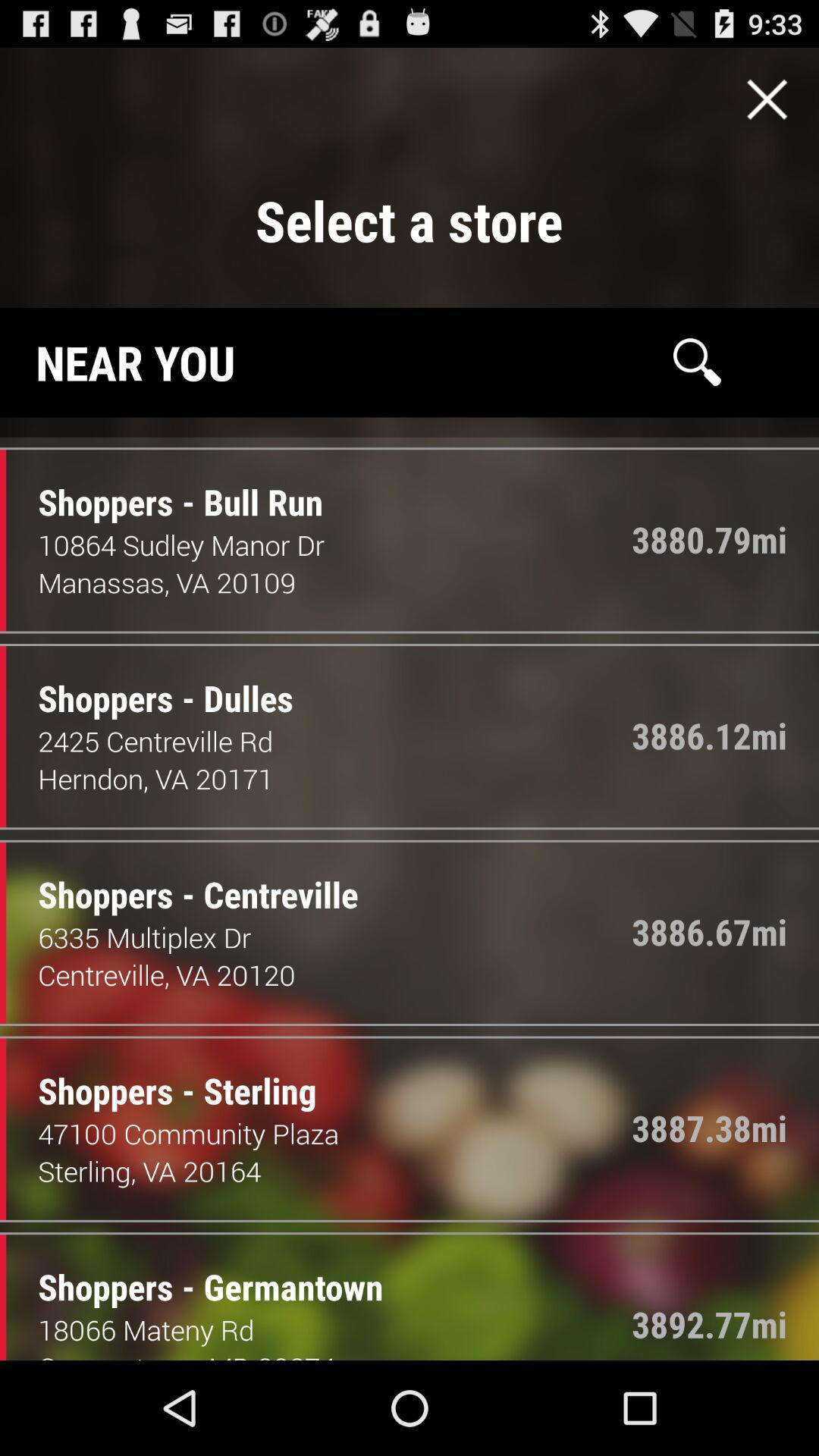 Image resolution: width=819 pixels, height=1456 pixels. What do you see at coordinates (697, 361) in the screenshot?
I see `search` at bounding box center [697, 361].